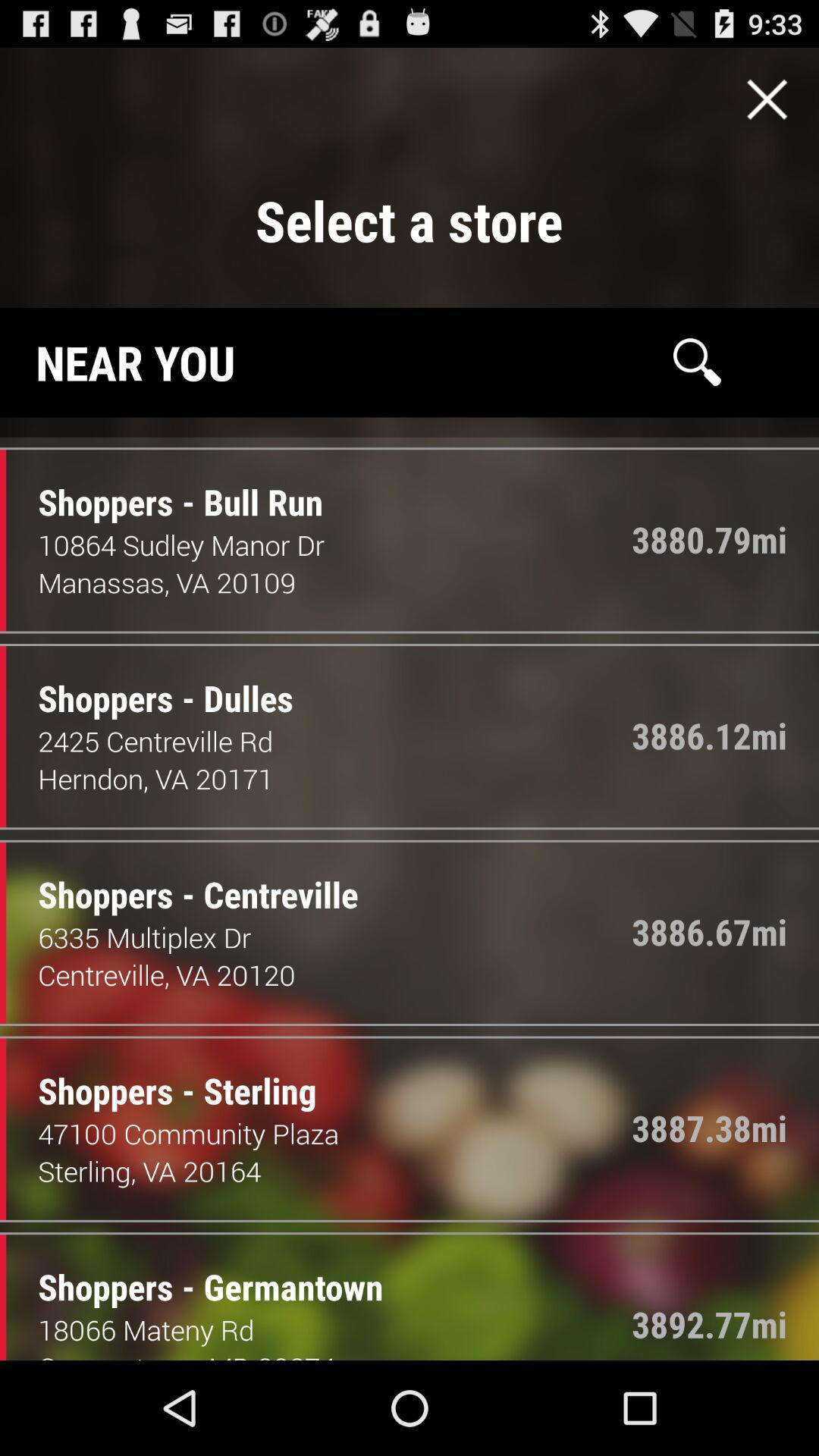 Image resolution: width=819 pixels, height=1456 pixels. What do you see at coordinates (697, 361) in the screenshot?
I see `search` at bounding box center [697, 361].